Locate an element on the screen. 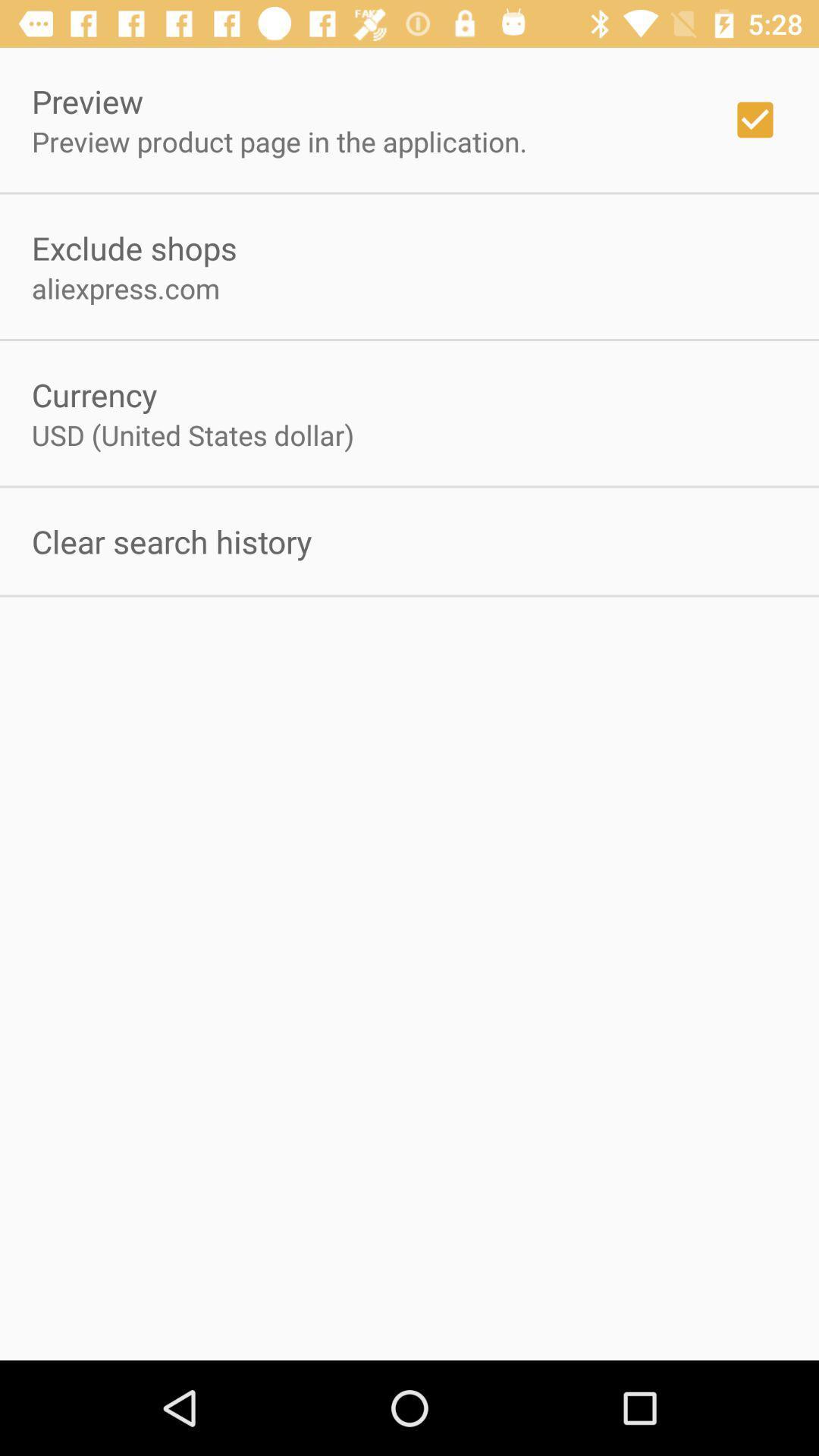 The image size is (819, 1456). the app above the aliexpress.com icon is located at coordinates (133, 247).